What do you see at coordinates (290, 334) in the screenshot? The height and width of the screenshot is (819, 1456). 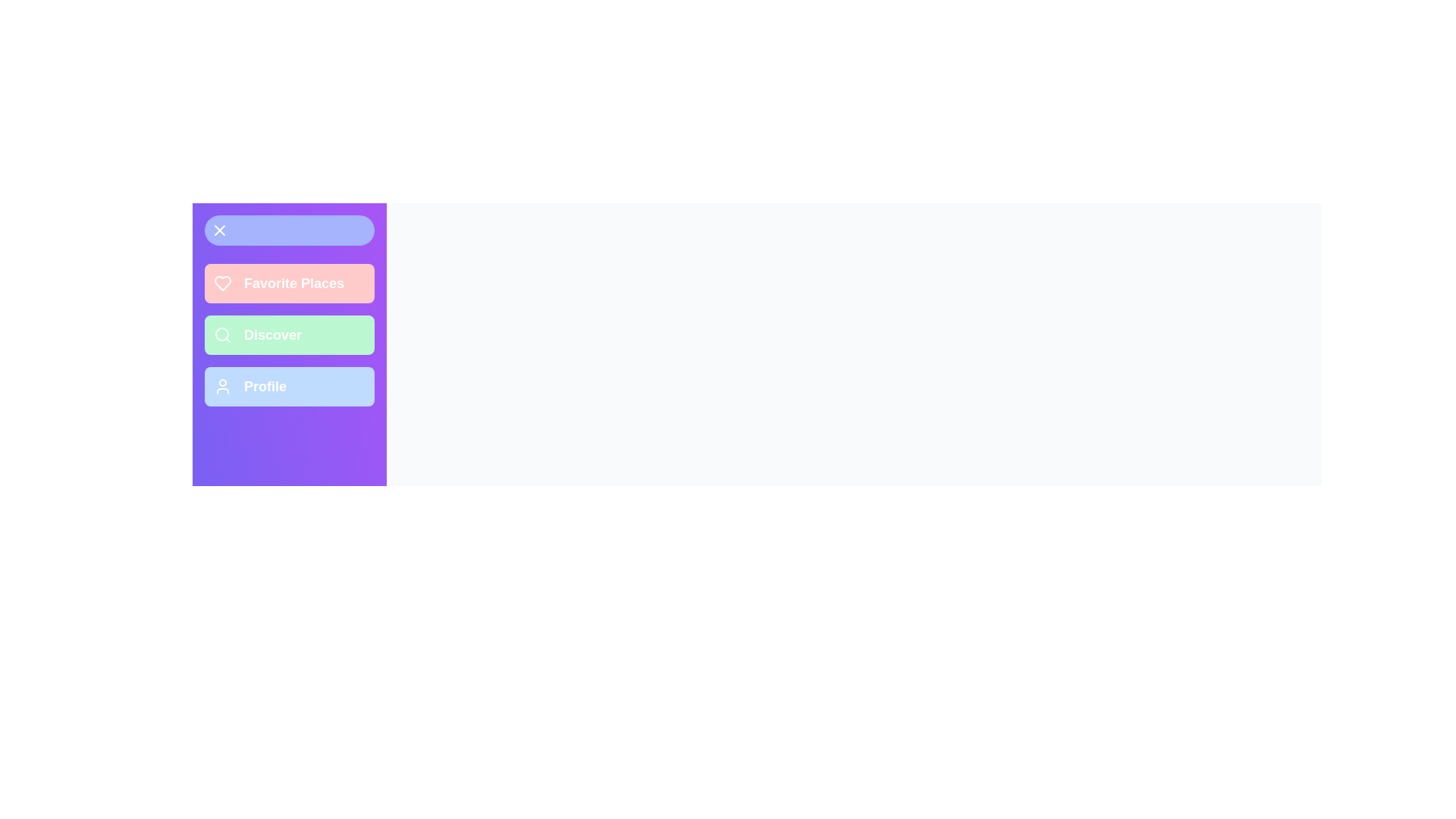 I see `the 'Discover' menu item` at bounding box center [290, 334].